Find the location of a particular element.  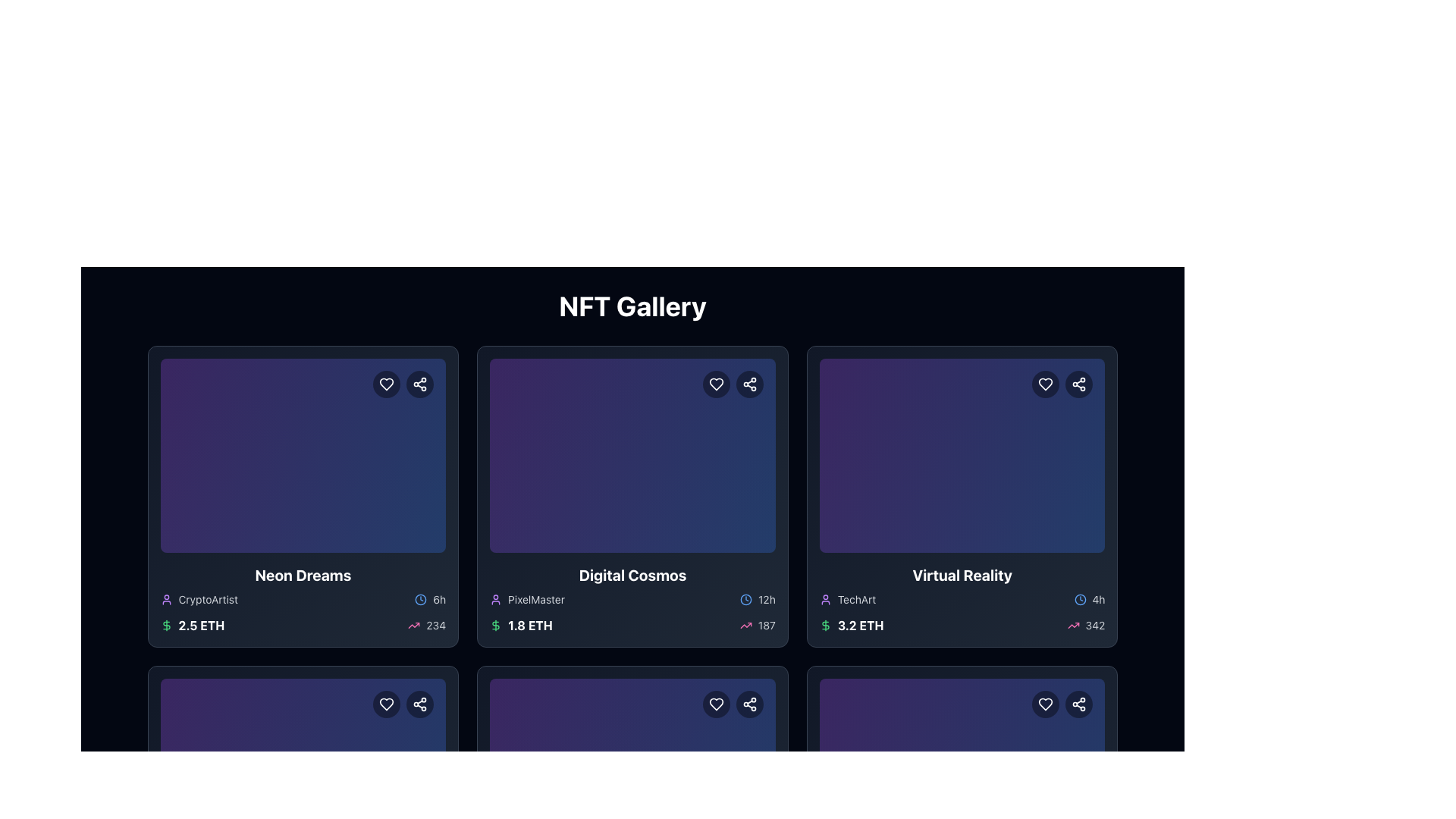

the SVG share icon located in the top-right corner of the 'Virtual Reality' card in the NFT gallery is located at coordinates (1078, 383).